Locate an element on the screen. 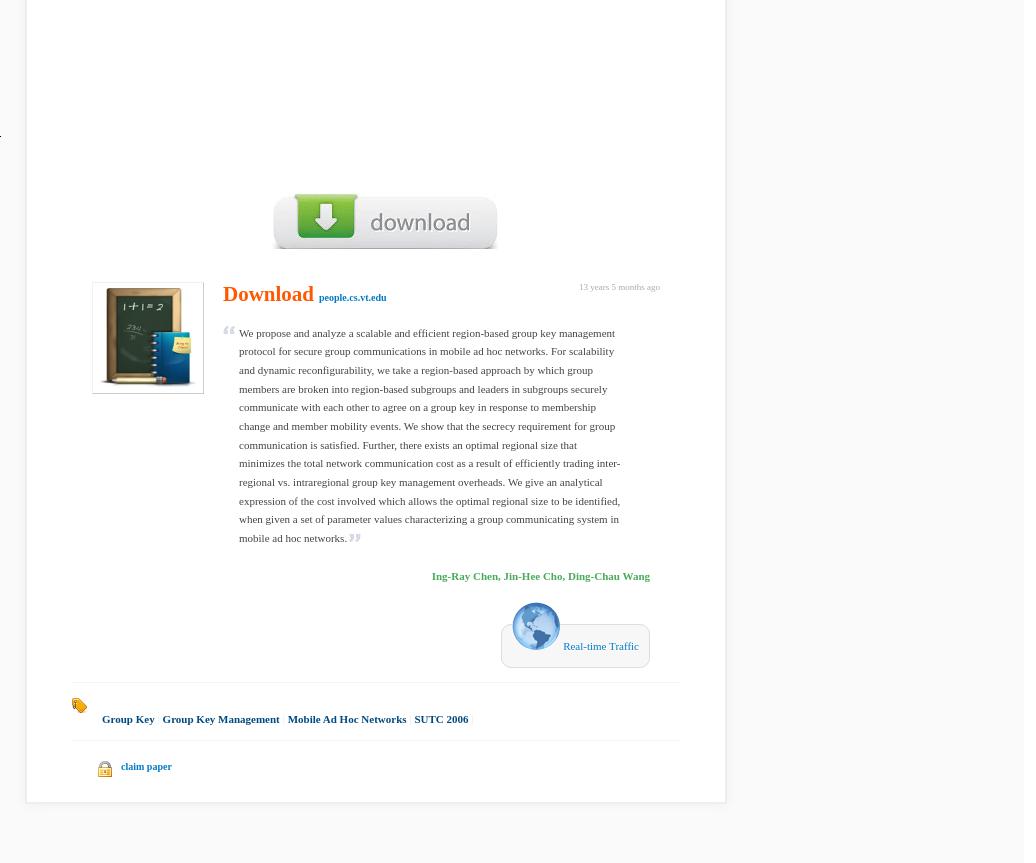 This screenshot has height=863, width=1036. 'Real-time Traffic' is located at coordinates (599, 644).